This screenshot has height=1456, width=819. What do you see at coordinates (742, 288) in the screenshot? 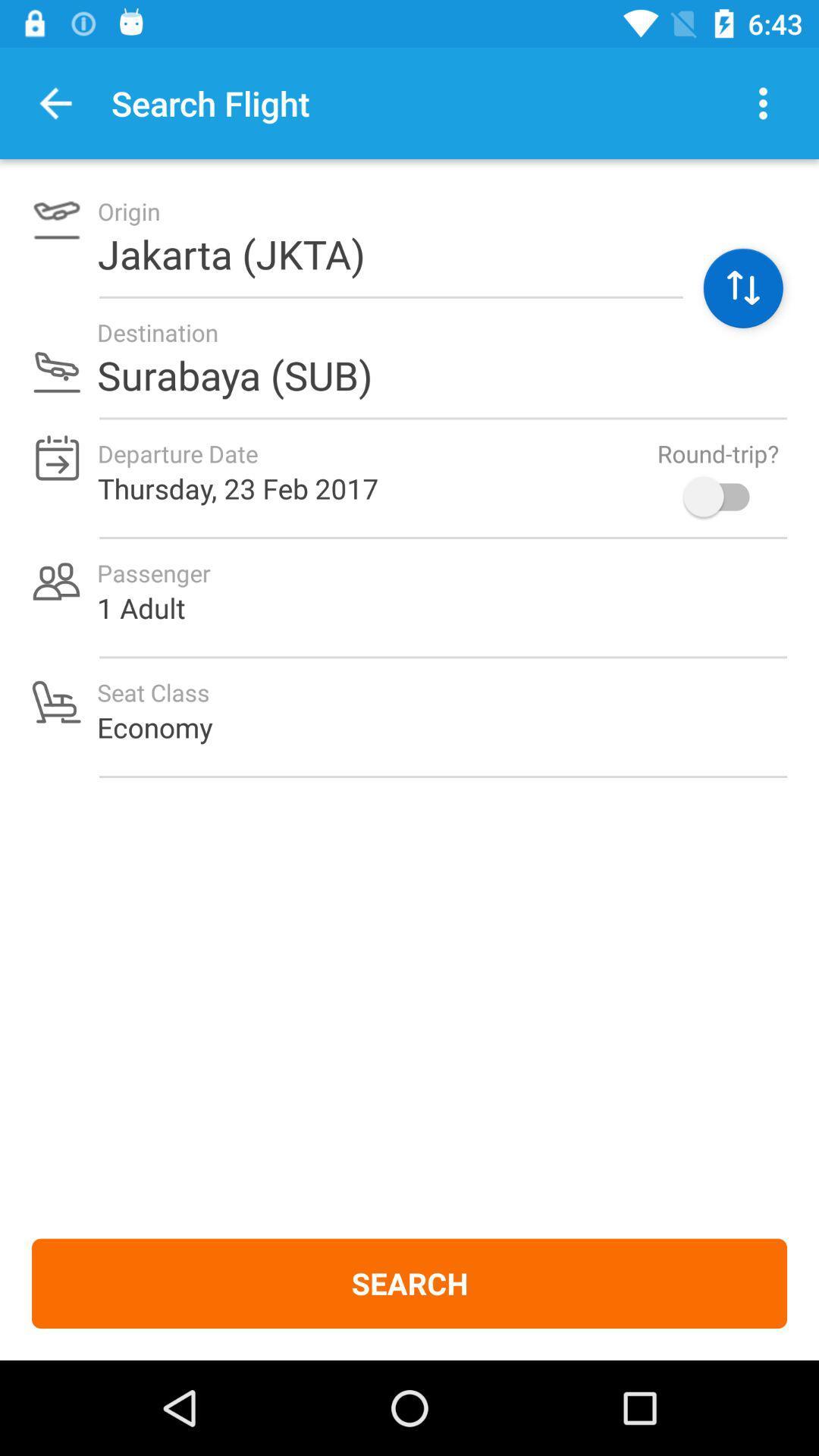
I see `swap places` at bounding box center [742, 288].